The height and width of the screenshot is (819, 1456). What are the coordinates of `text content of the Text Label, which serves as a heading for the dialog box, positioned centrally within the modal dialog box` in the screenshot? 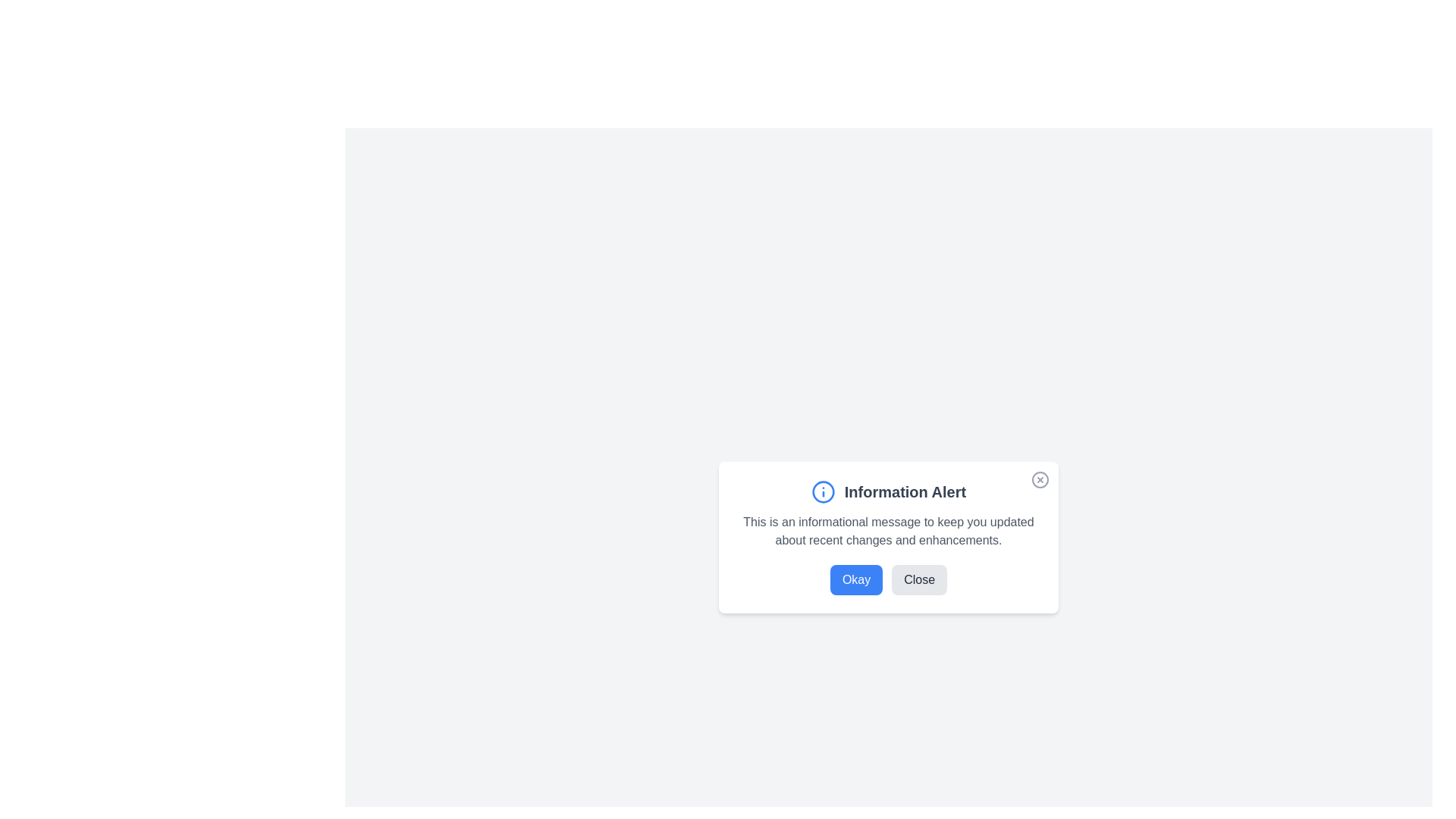 It's located at (905, 491).